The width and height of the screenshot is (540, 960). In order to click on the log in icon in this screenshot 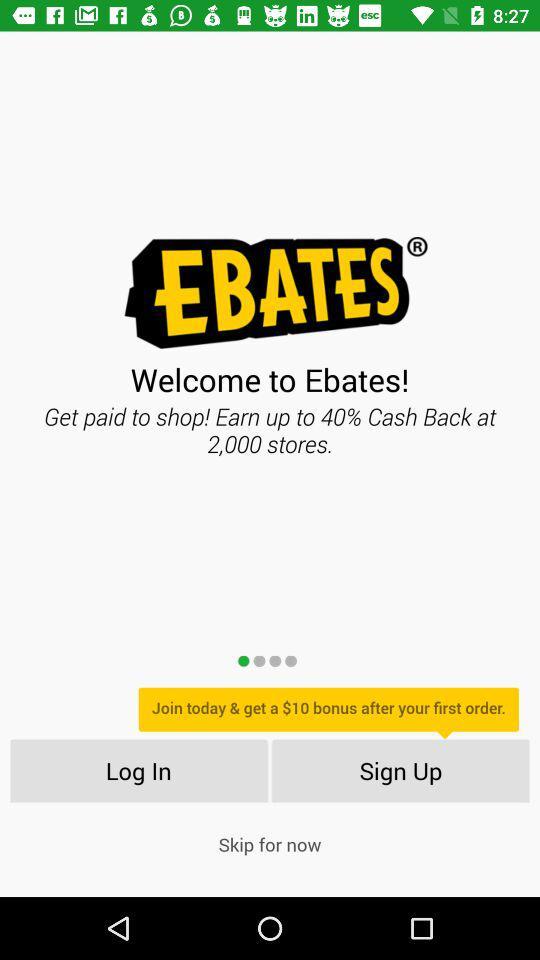, I will do `click(137, 769)`.